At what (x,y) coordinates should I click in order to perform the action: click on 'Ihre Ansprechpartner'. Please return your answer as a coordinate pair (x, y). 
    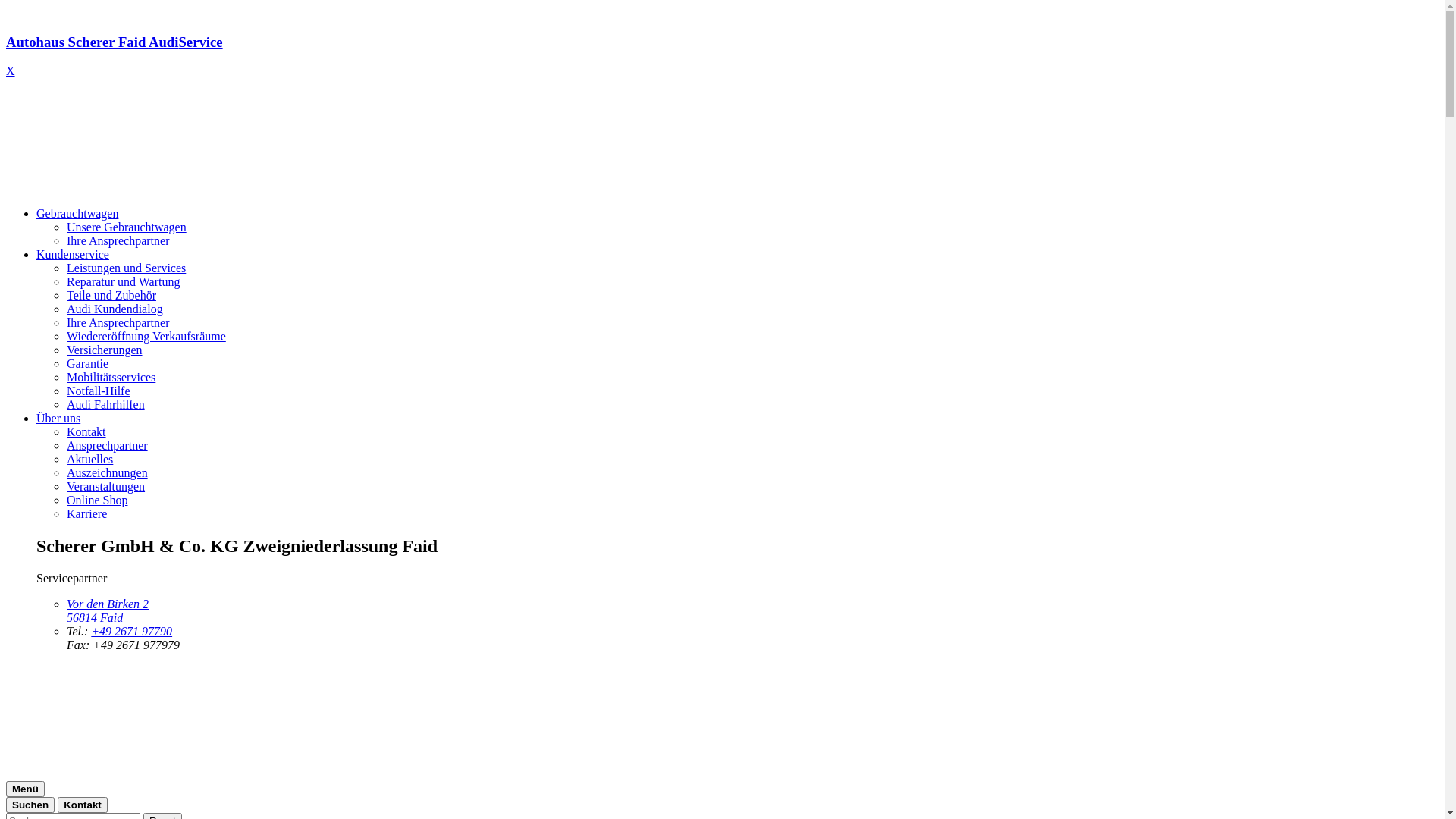
    Looking at the image, I should click on (118, 322).